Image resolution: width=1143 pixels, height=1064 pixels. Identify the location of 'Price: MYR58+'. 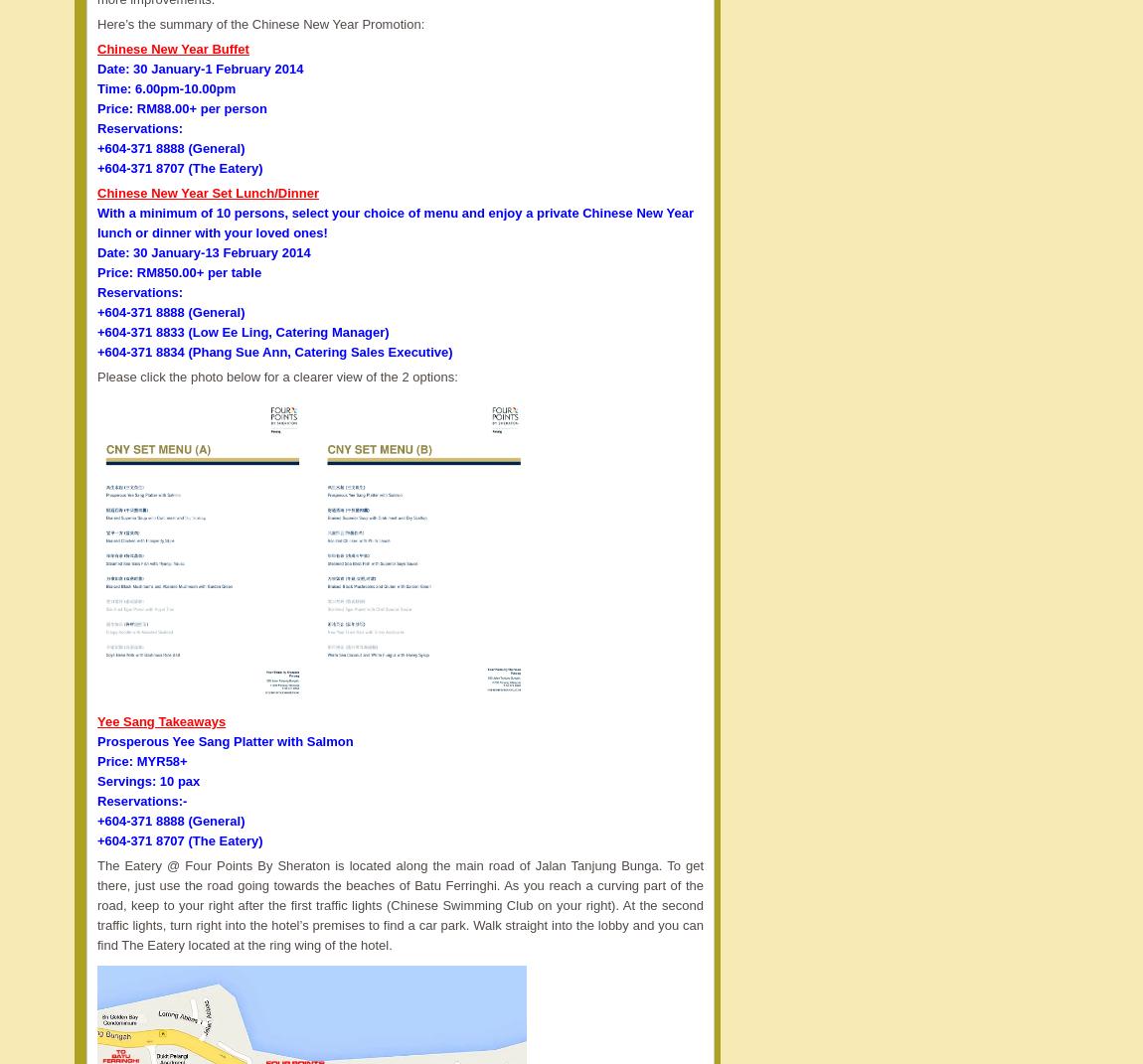
(140, 760).